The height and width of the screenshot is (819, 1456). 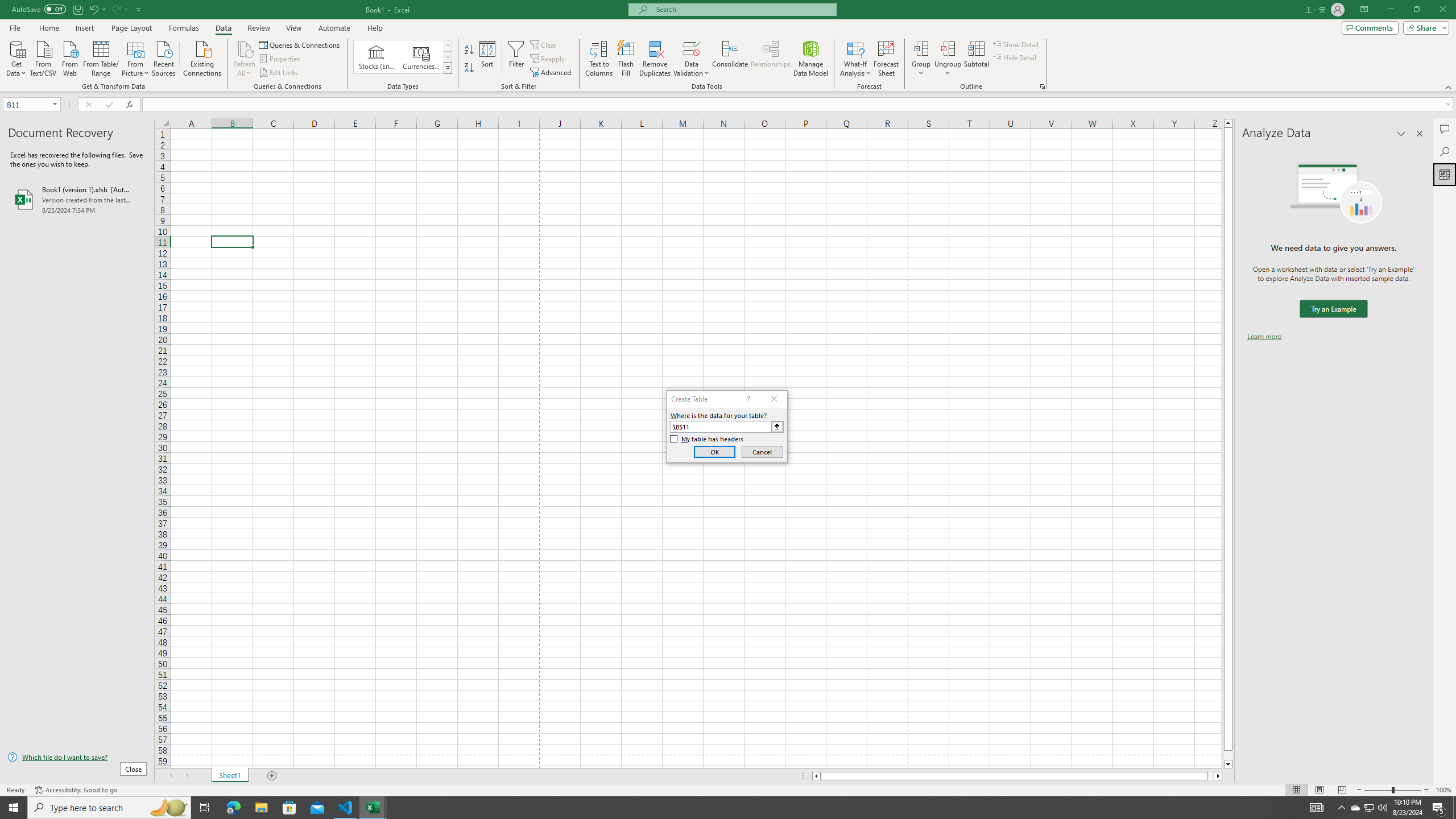 I want to click on 'Currencies (English)', so click(x=420, y=56).